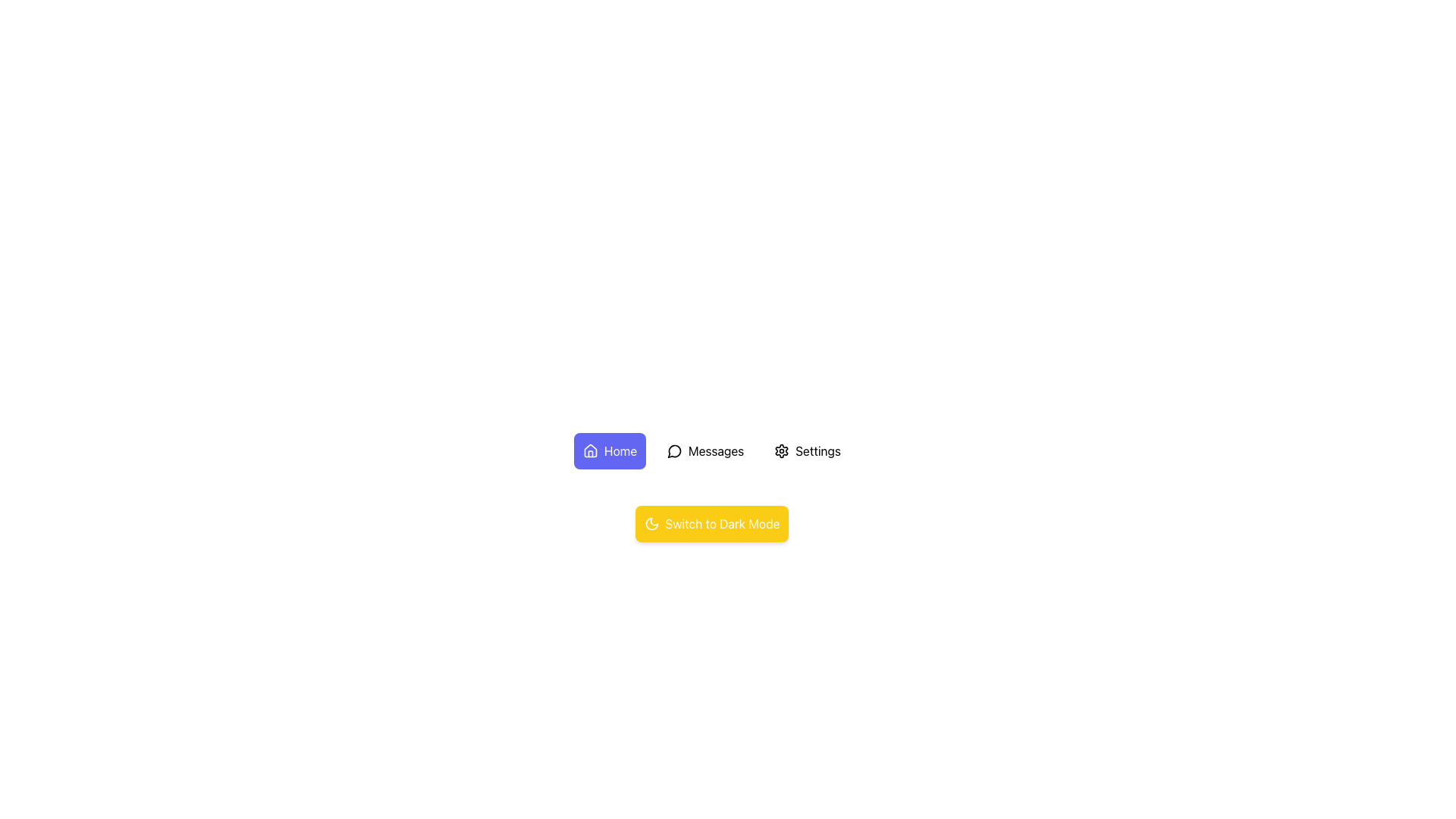 Image resolution: width=1456 pixels, height=819 pixels. What do you see at coordinates (704, 450) in the screenshot?
I see `the 'Messages' button, which is a rectangular button with light text on a white background and a chat bubble icon, located between the 'Home' and 'Settings' buttons` at bounding box center [704, 450].